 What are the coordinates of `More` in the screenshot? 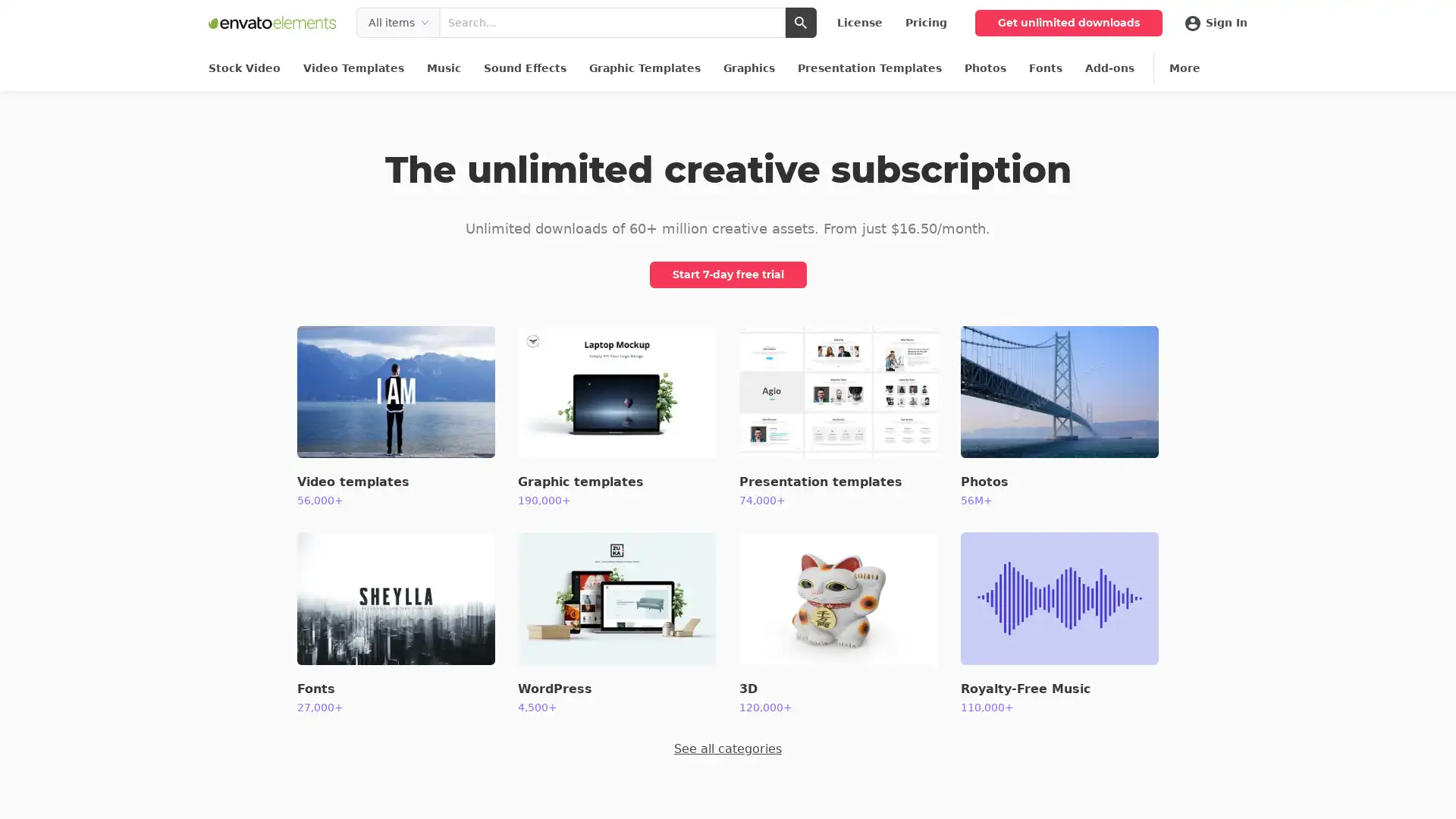 It's located at (1184, 67).